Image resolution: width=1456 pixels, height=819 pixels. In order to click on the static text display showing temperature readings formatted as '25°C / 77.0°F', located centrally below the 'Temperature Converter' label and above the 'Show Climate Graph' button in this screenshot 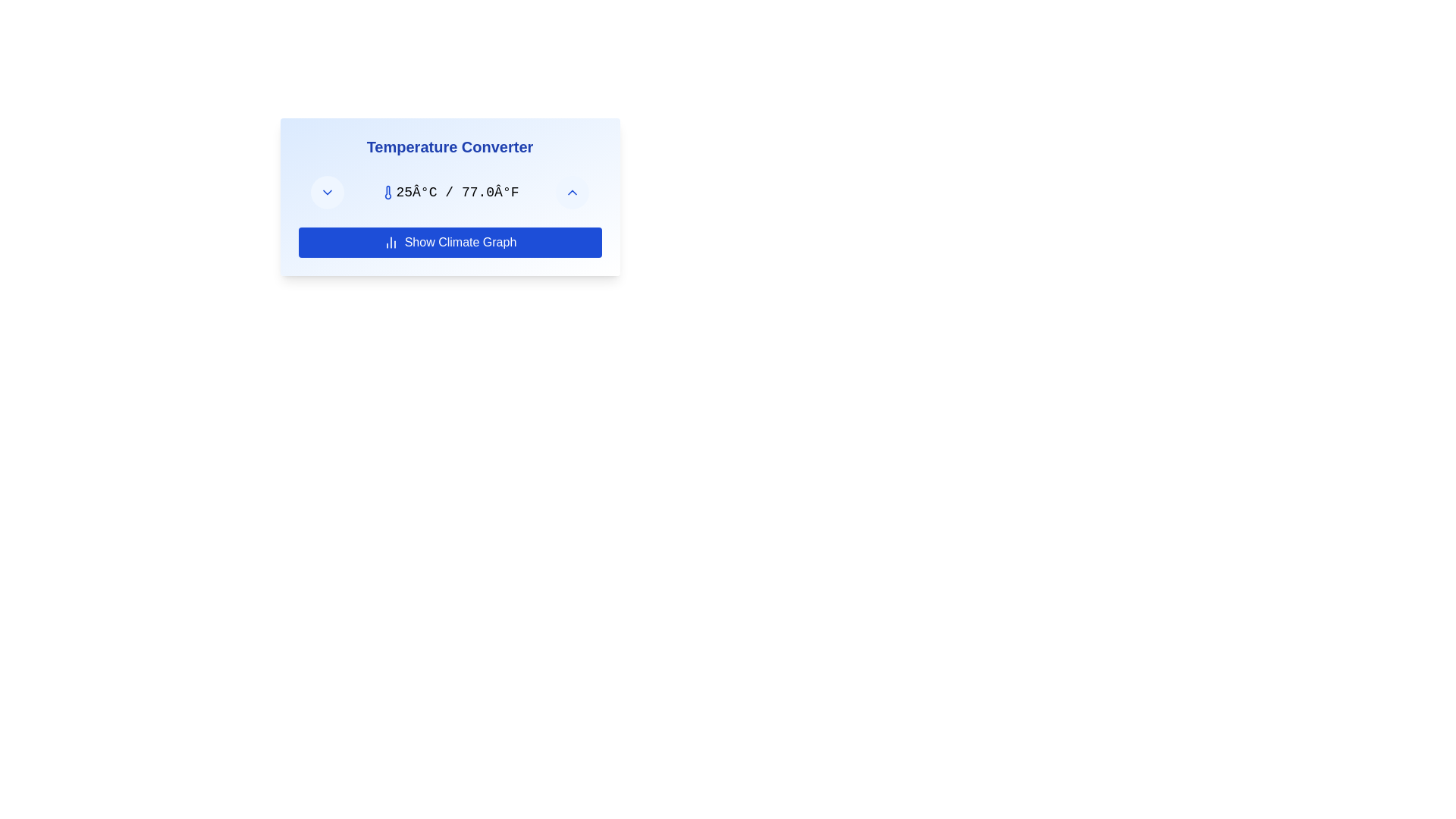, I will do `click(449, 192)`.